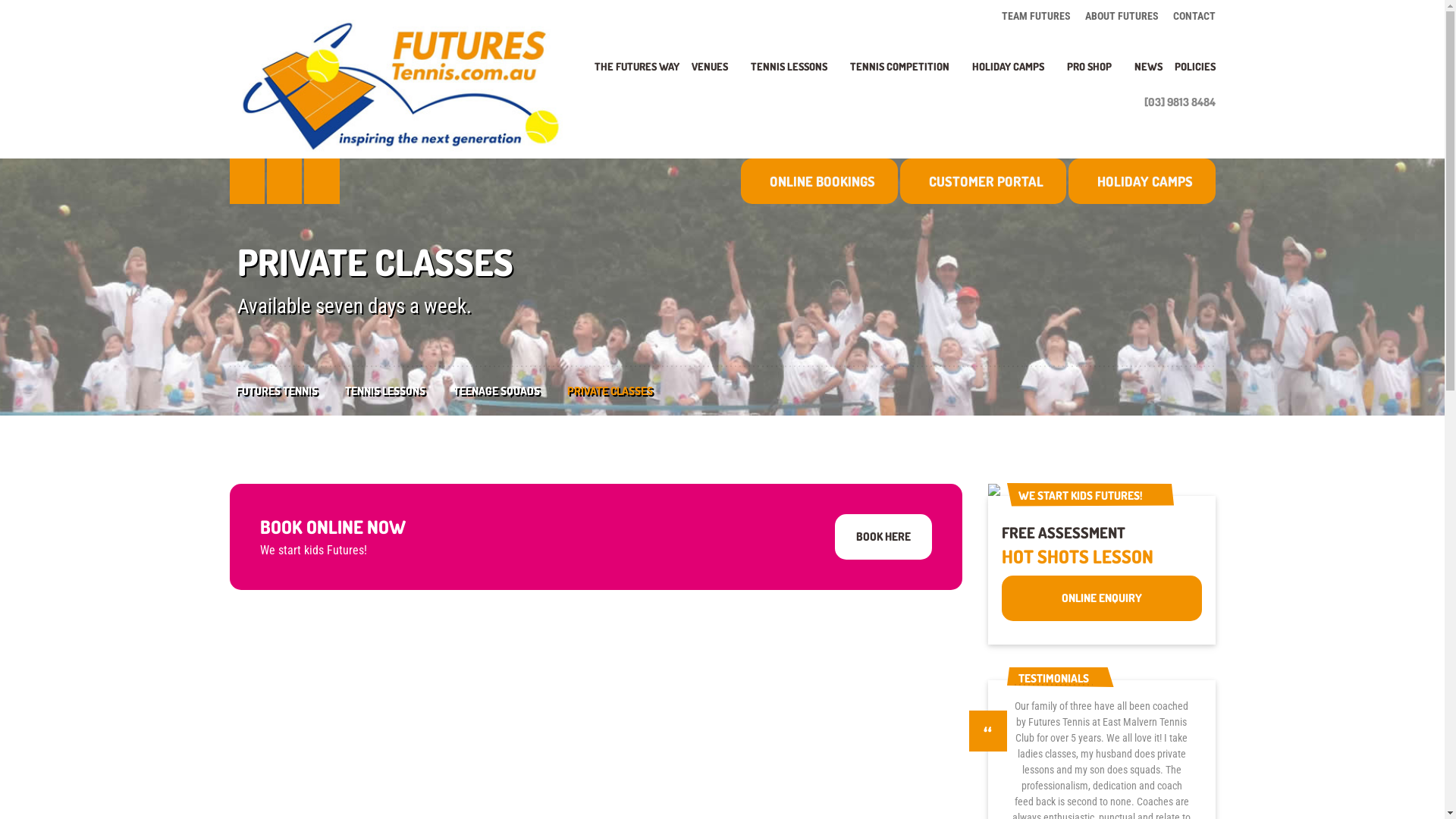  Describe the element at coordinates (637, 74) in the screenshot. I see `'THE FUTURES WAY'` at that location.